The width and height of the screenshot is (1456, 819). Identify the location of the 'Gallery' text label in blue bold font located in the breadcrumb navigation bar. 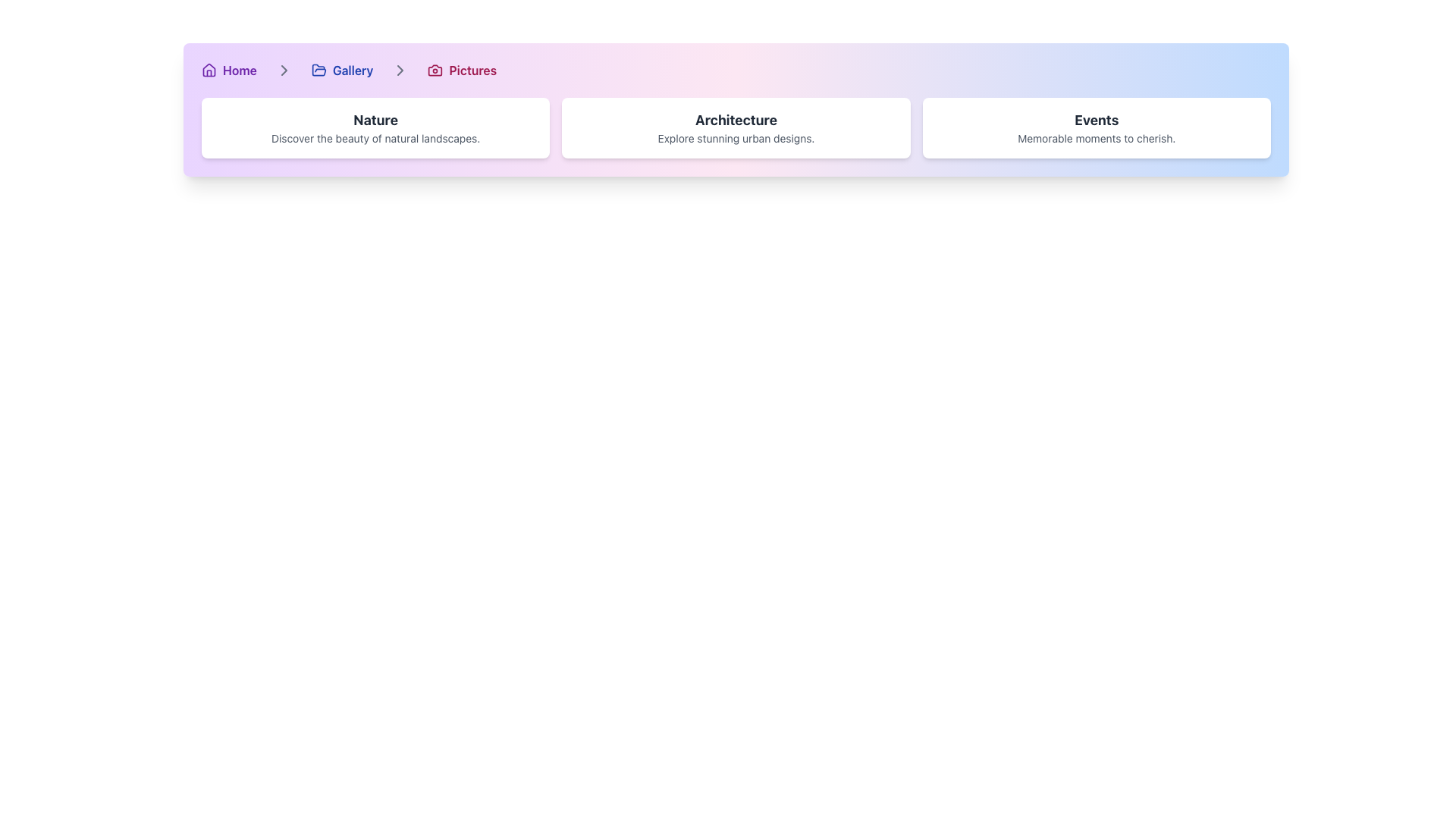
(352, 70).